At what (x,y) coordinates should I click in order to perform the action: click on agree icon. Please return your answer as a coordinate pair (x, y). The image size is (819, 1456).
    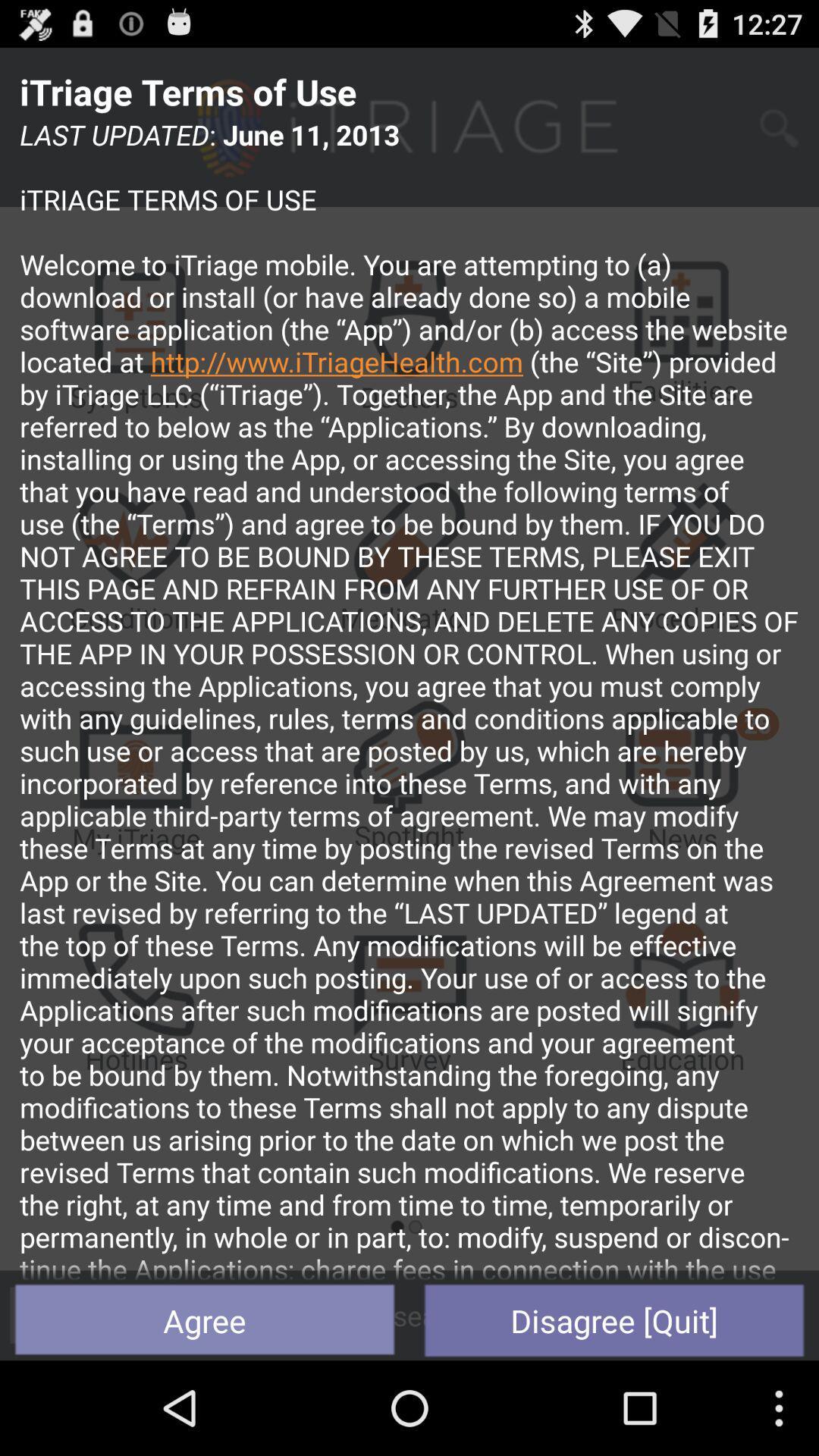
    Looking at the image, I should click on (205, 1319).